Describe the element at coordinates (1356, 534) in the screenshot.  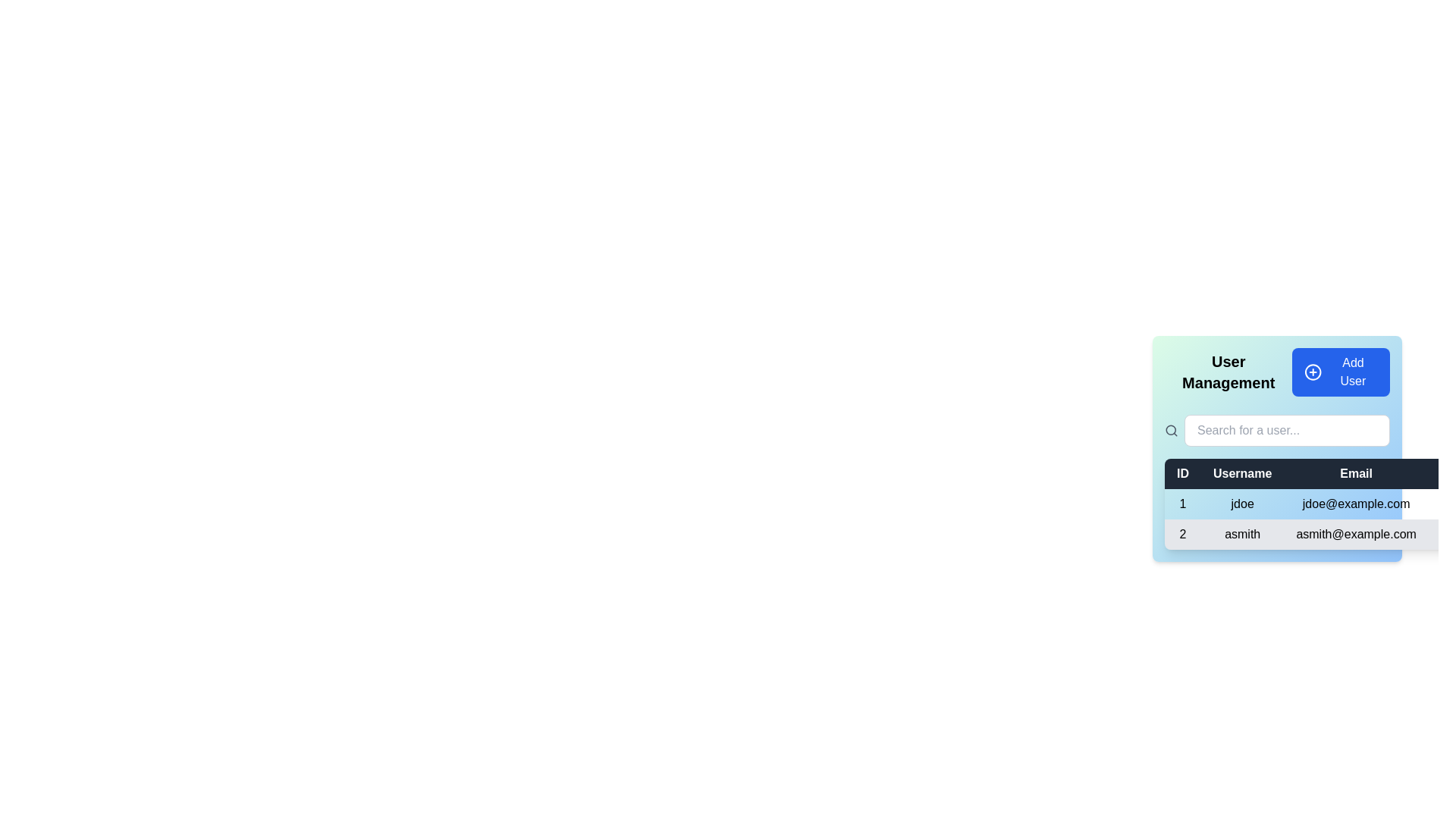
I see `the text label element displaying the email address 'asmith@example.com' in the second row of the 'User Management' table` at that location.